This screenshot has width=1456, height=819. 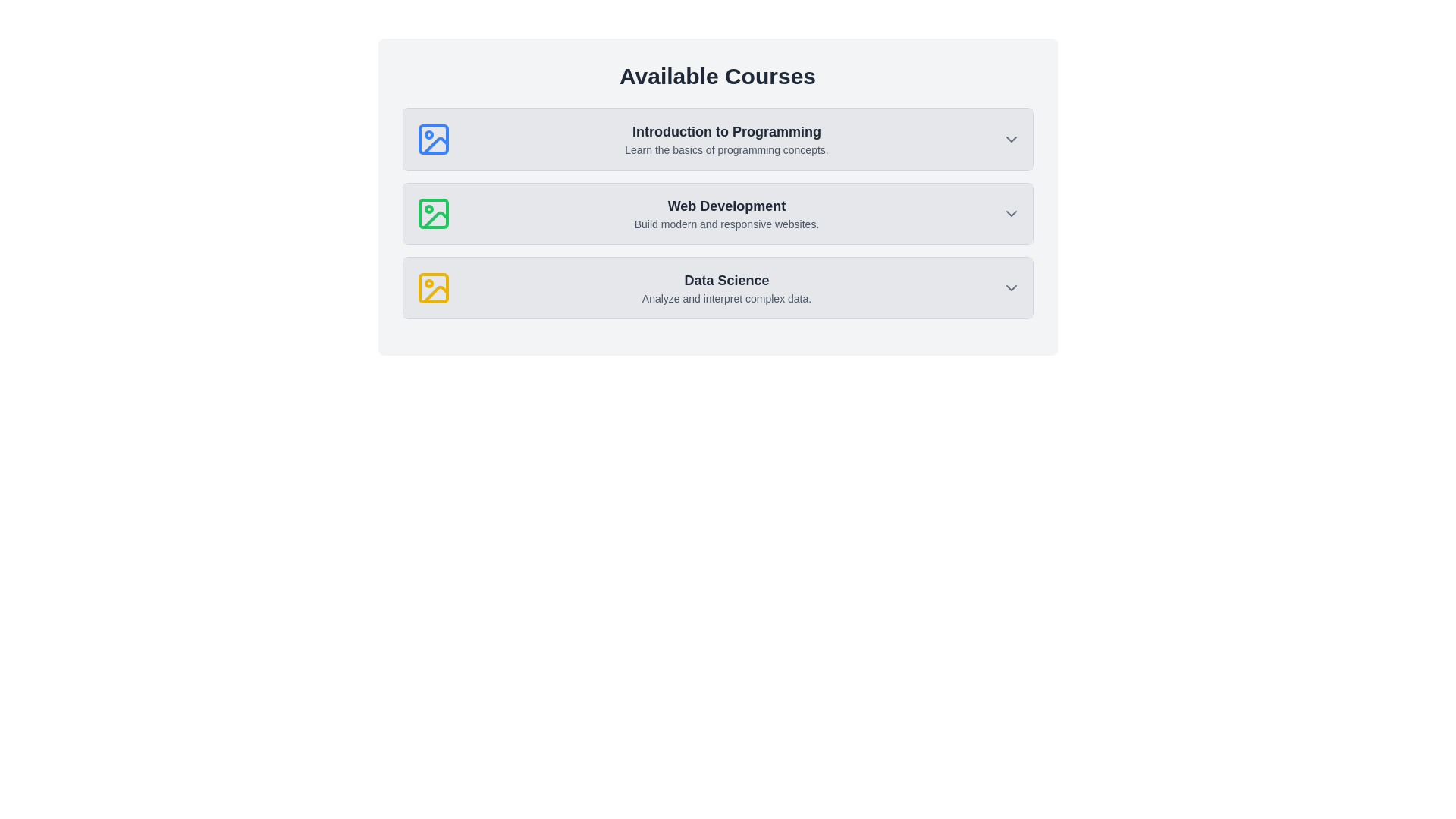 What do you see at coordinates (726, 206) in the screenshot?
I see `the 'Web Development' text label, which is styled in a larger, bold font and is part of the 'Available Courses' section` at bounding box center [726, 206].